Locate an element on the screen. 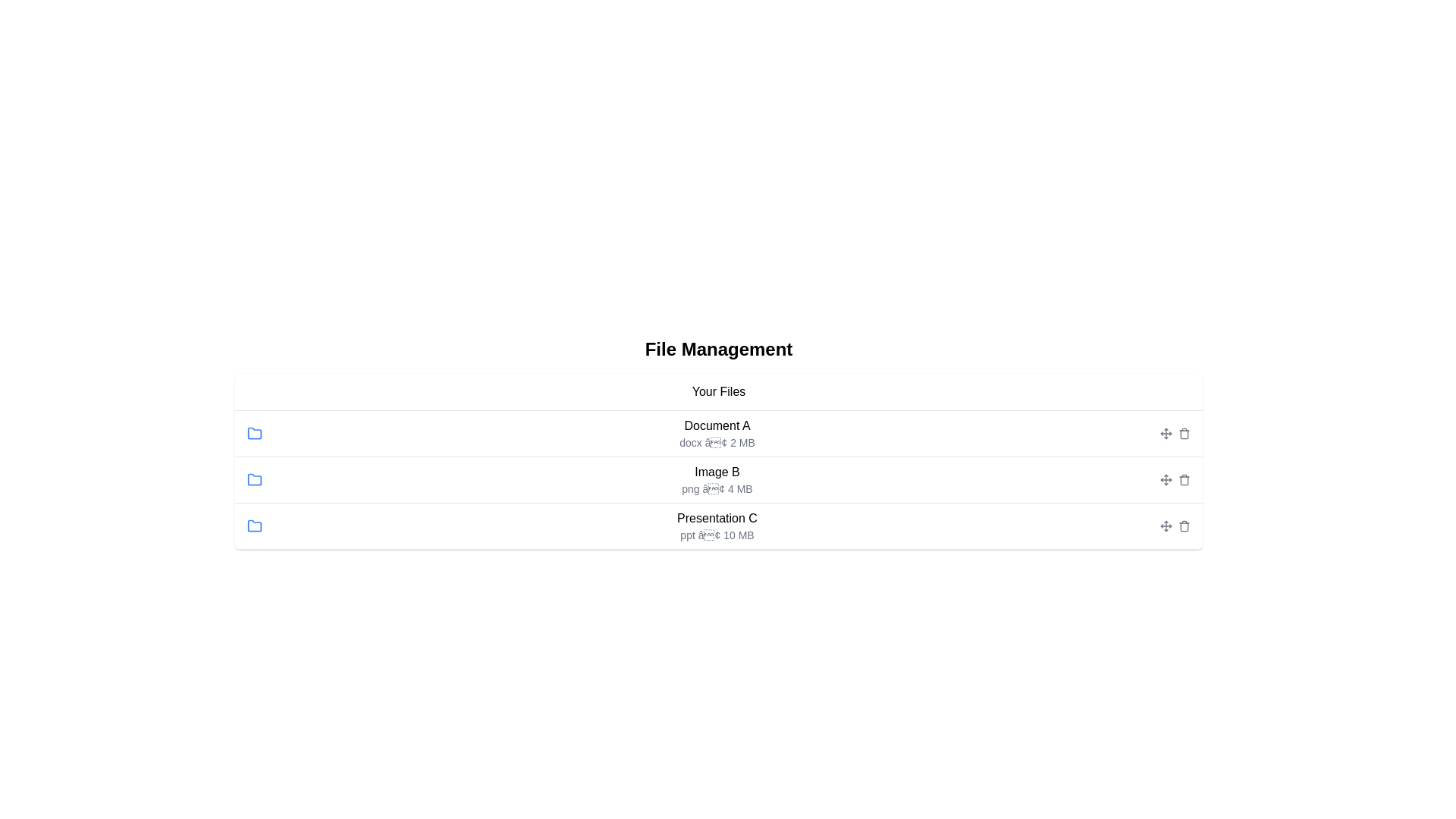 Image resolution: width=1456 pixels, height=819 pixels. the trash can icon located at the rightmost side of the 'Image B' row is located at coordinates (1183, 480).